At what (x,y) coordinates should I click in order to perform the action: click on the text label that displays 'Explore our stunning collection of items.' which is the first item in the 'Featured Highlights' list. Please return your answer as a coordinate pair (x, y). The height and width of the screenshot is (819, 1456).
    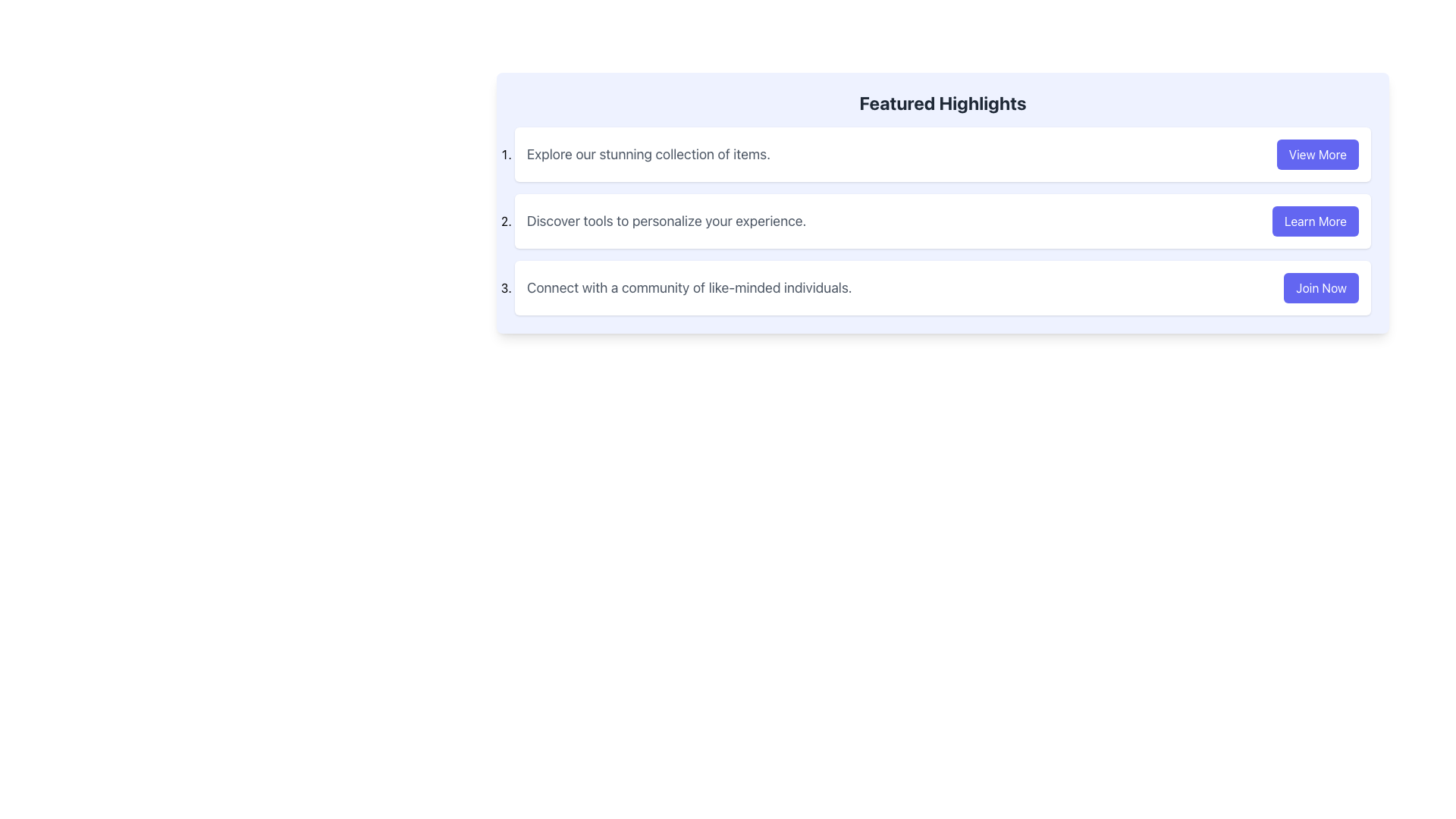
    Looking at the image, I should click on (648, 155).